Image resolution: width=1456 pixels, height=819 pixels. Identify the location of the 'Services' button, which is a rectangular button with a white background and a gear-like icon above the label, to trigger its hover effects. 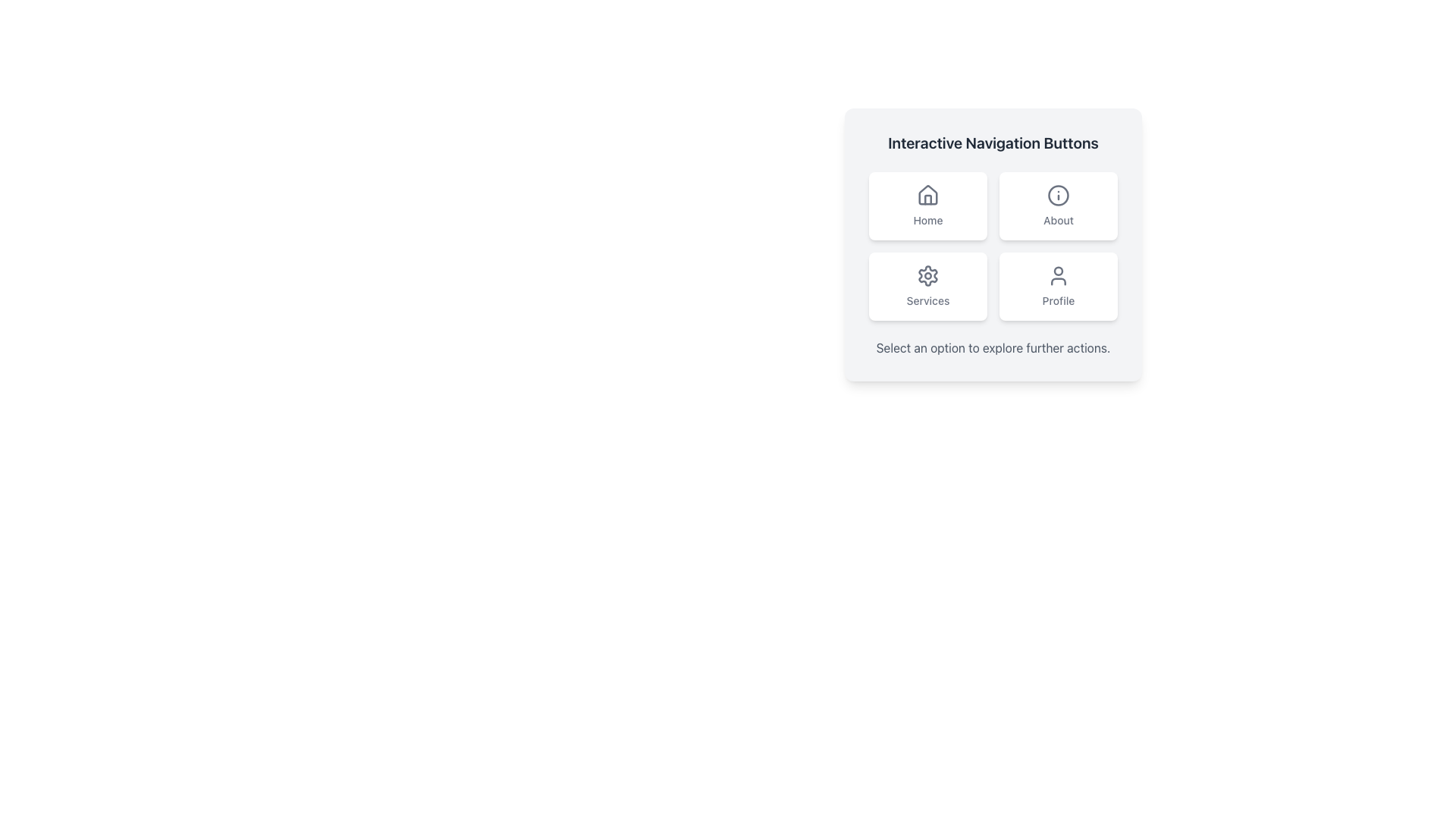
(927, 287).